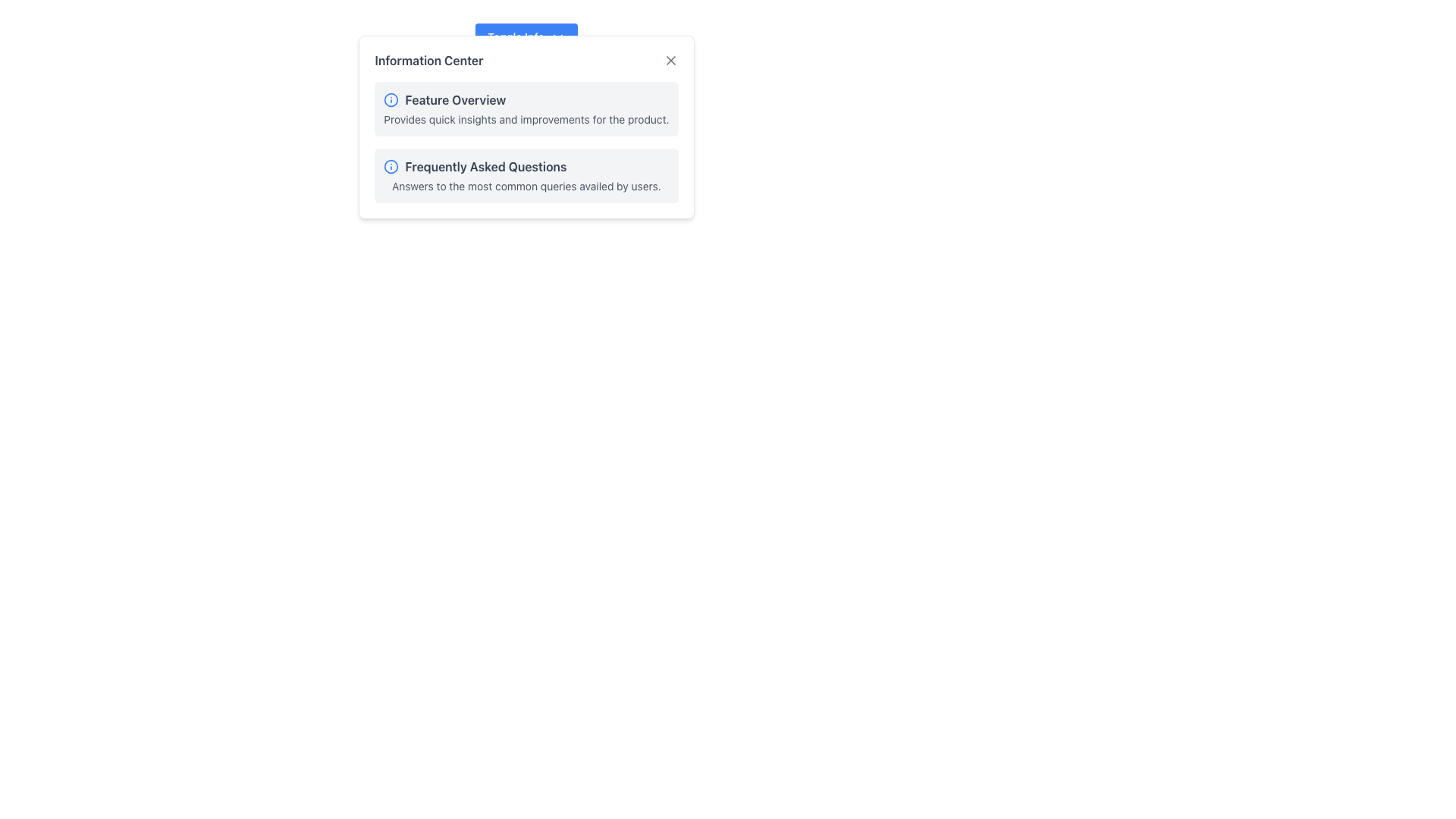 This screenshot has height=819, width=1456. I want to click on text of the 'Frequently Asked Questions' label with an icon, located in the second row beneath the 'Feature Overview' label in the 'Information Center' interface, so click(526, 166).